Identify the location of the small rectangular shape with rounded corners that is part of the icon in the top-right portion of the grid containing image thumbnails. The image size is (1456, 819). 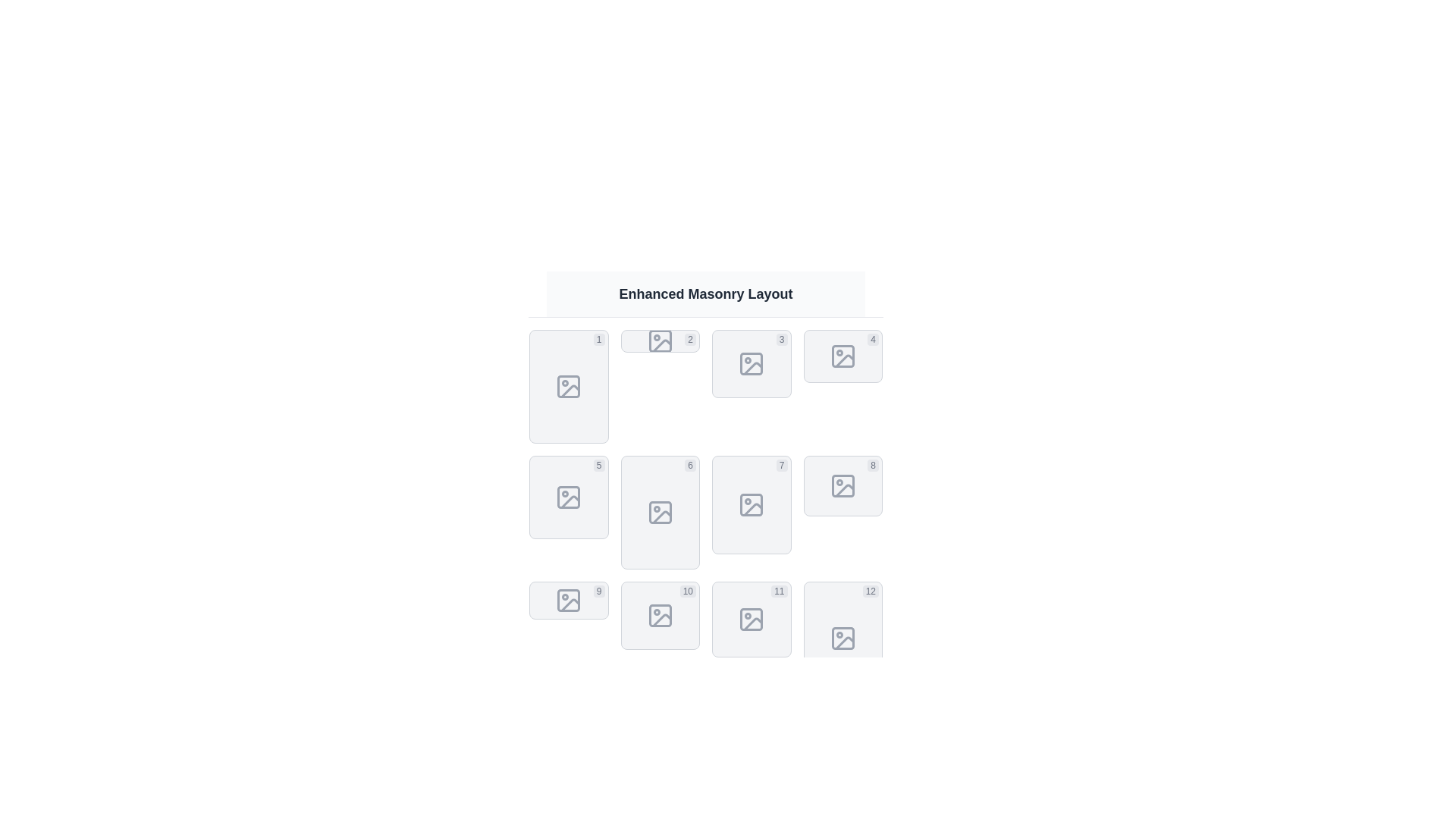
(842, 356).